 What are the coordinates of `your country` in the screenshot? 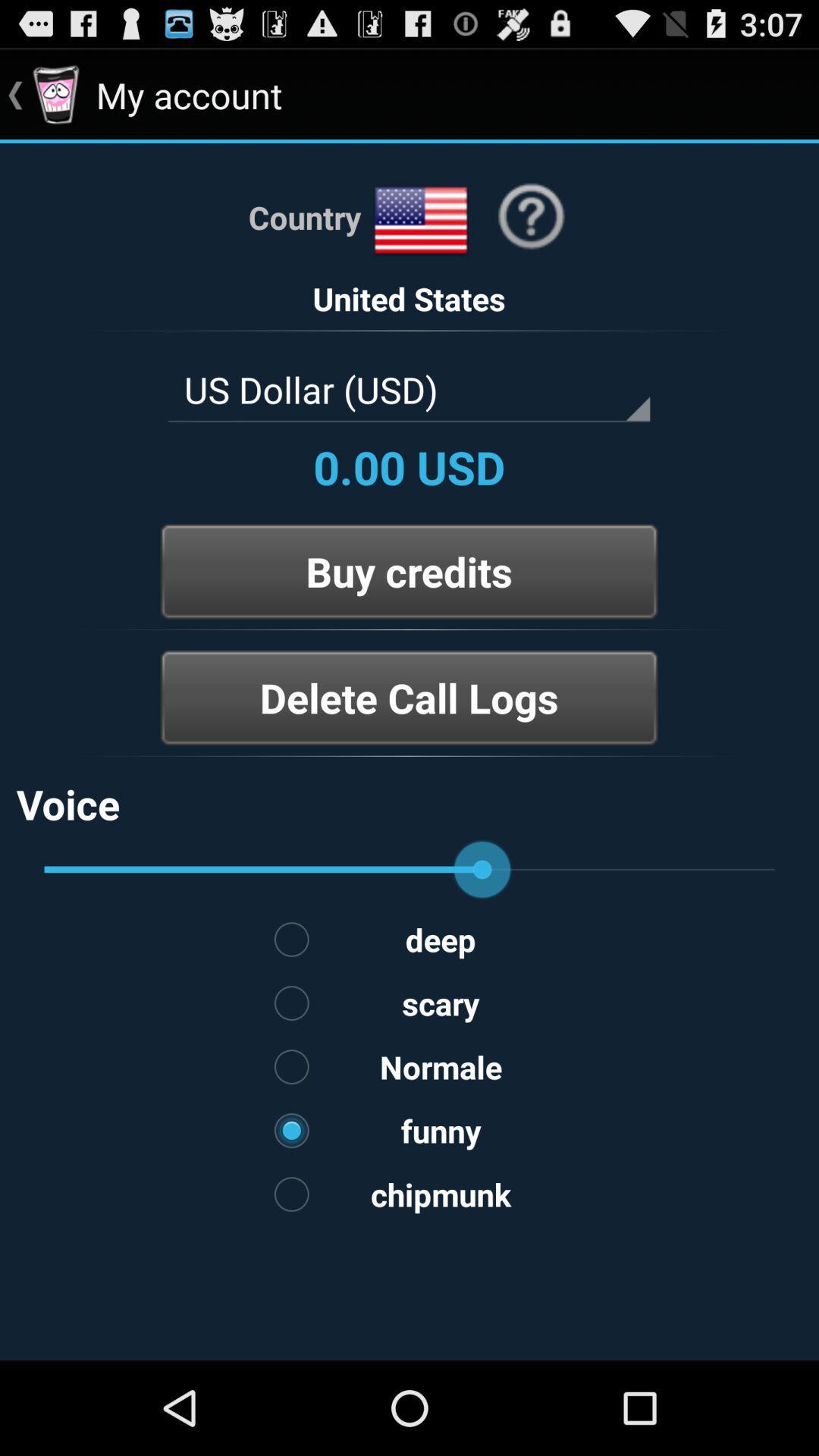 It's located at (421, 220).